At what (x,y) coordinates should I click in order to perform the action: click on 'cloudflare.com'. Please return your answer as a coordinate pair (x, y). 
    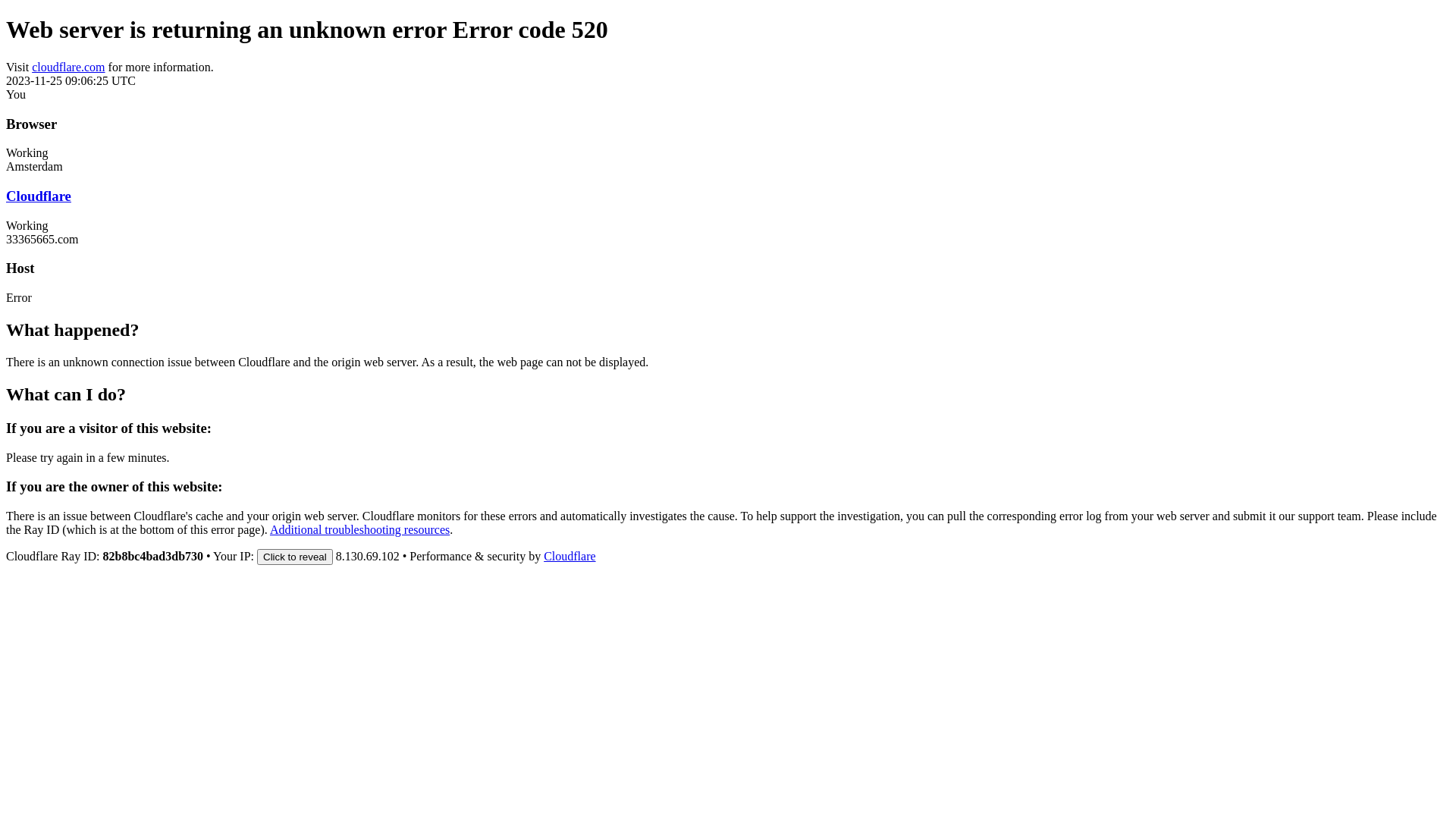
    Looking at the image, I should click on (67, 66).